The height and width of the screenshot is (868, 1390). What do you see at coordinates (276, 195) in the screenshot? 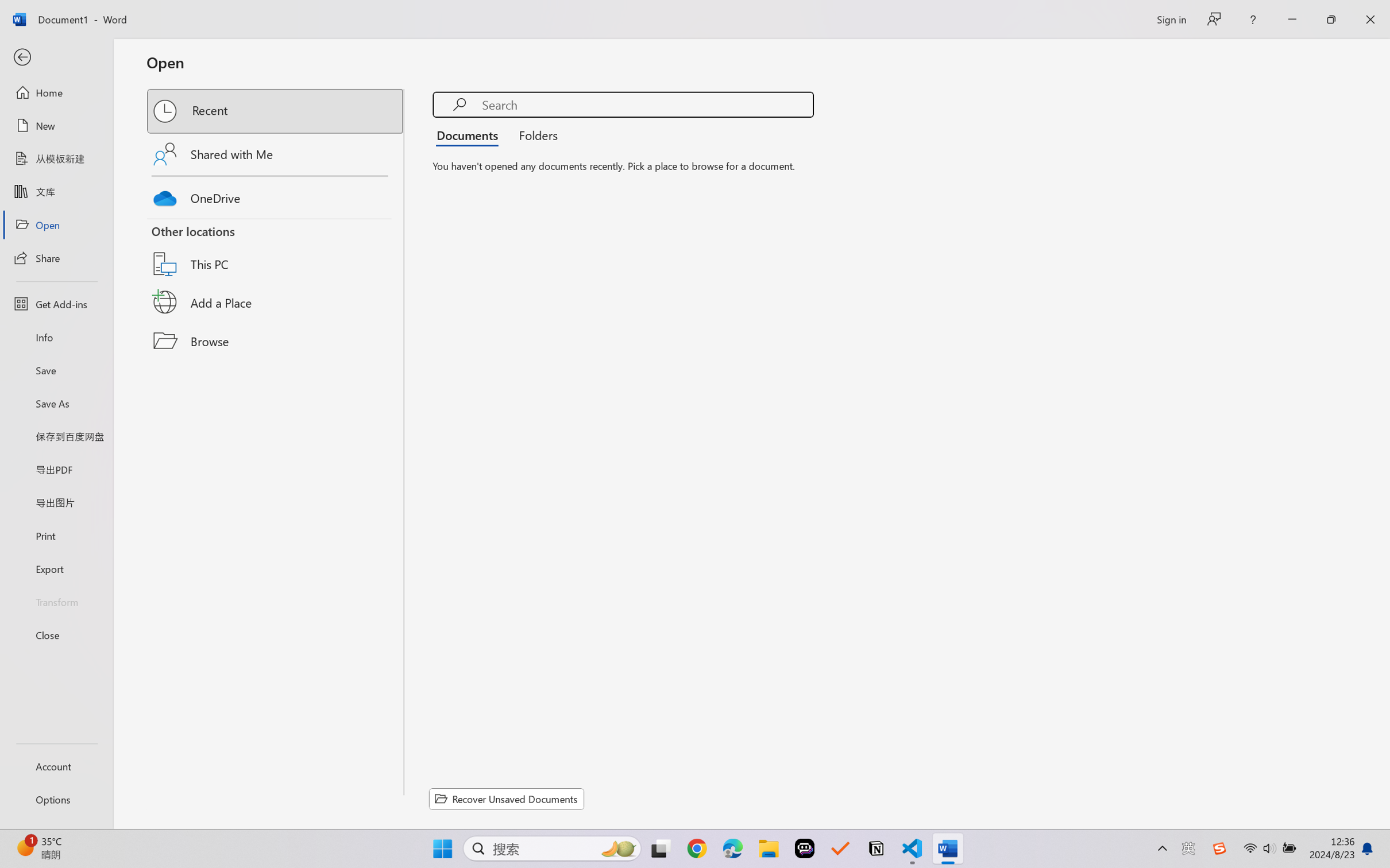
I see `'OneDrive'` at bounding box center [276, 195].